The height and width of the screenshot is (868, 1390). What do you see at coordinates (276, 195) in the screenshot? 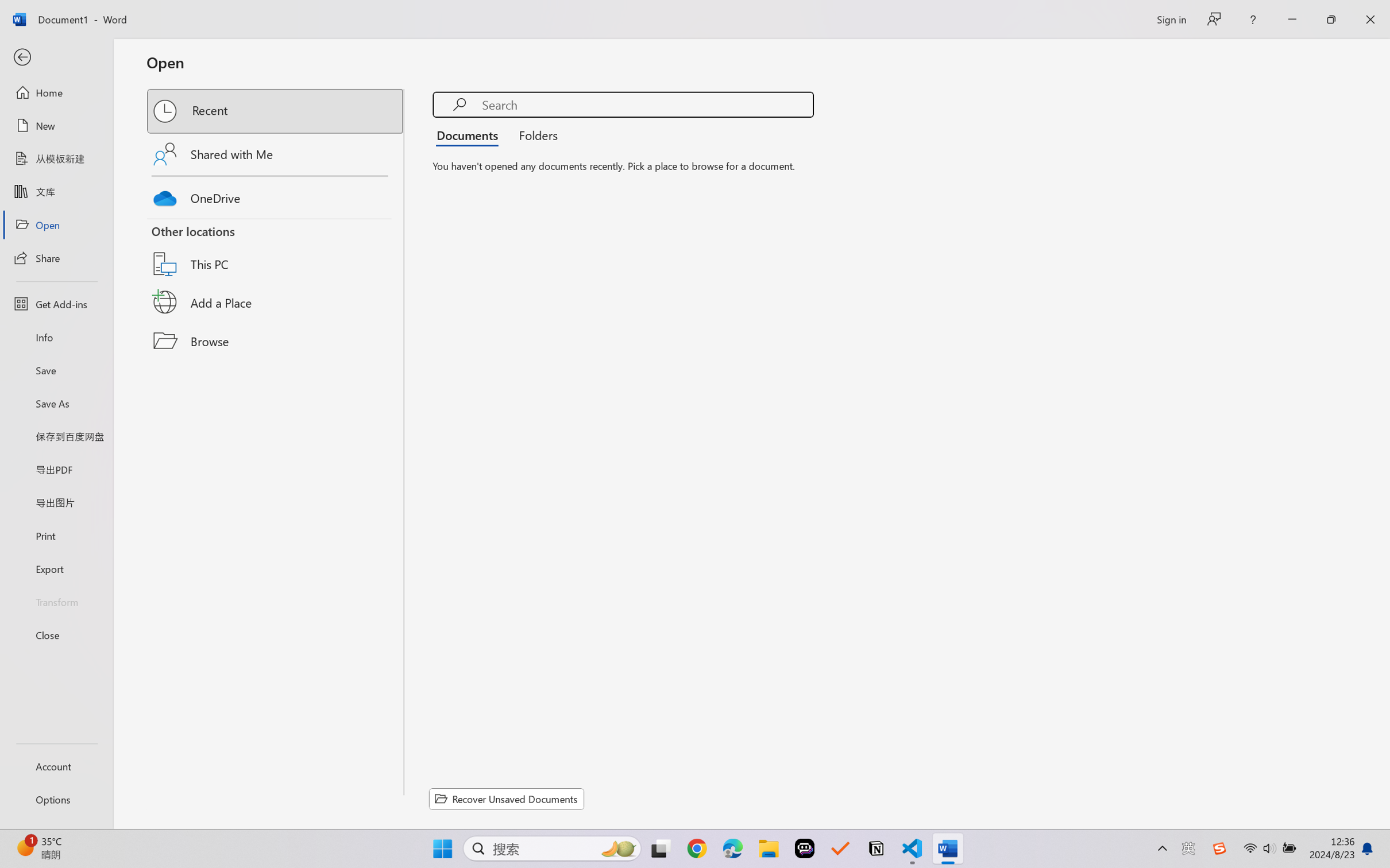
I see `'OneDrive'` at bounding box center [276, 195].